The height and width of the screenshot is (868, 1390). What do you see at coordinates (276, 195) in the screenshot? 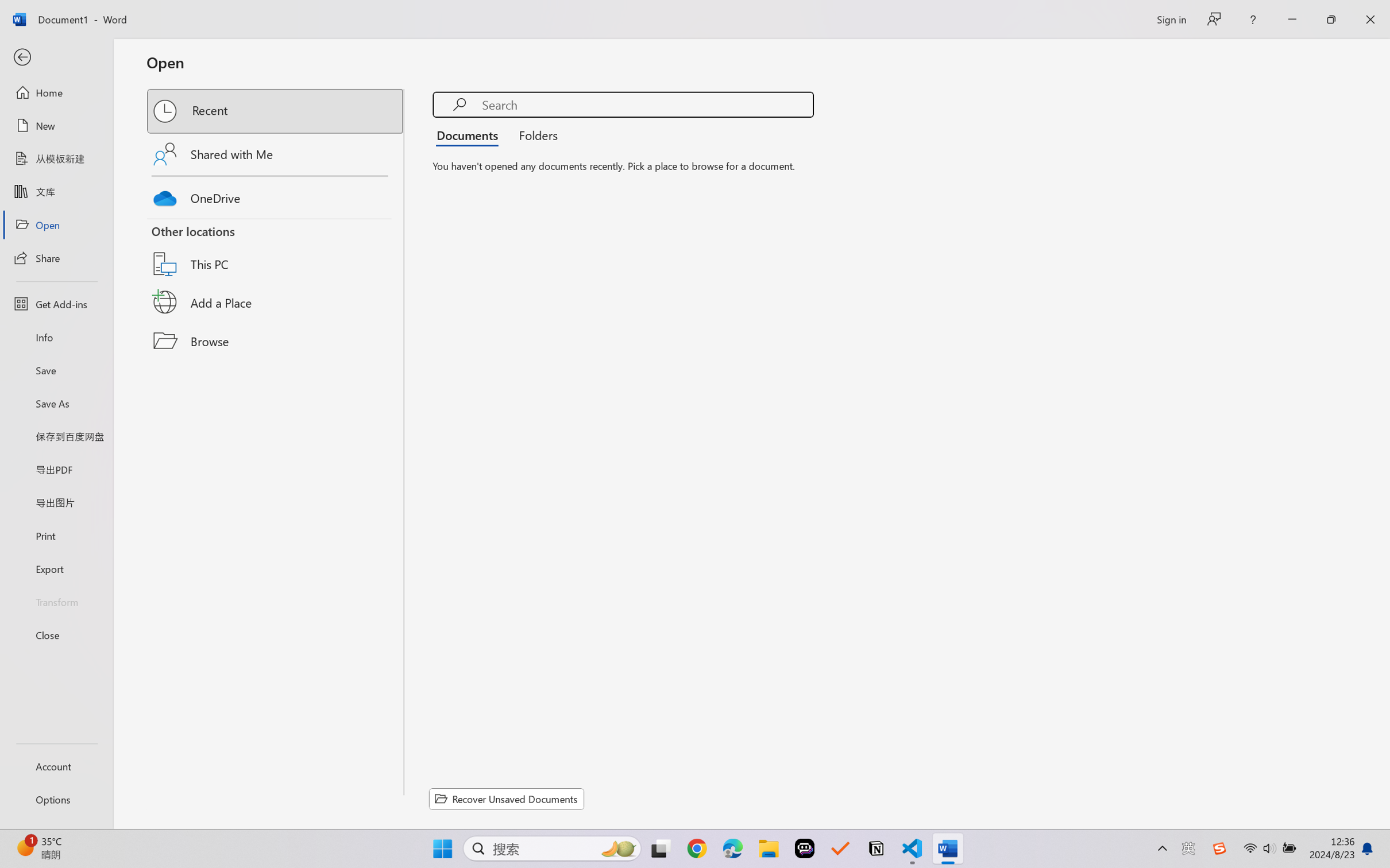
I see `'OneDrive'` at bounding box center [276, 195].